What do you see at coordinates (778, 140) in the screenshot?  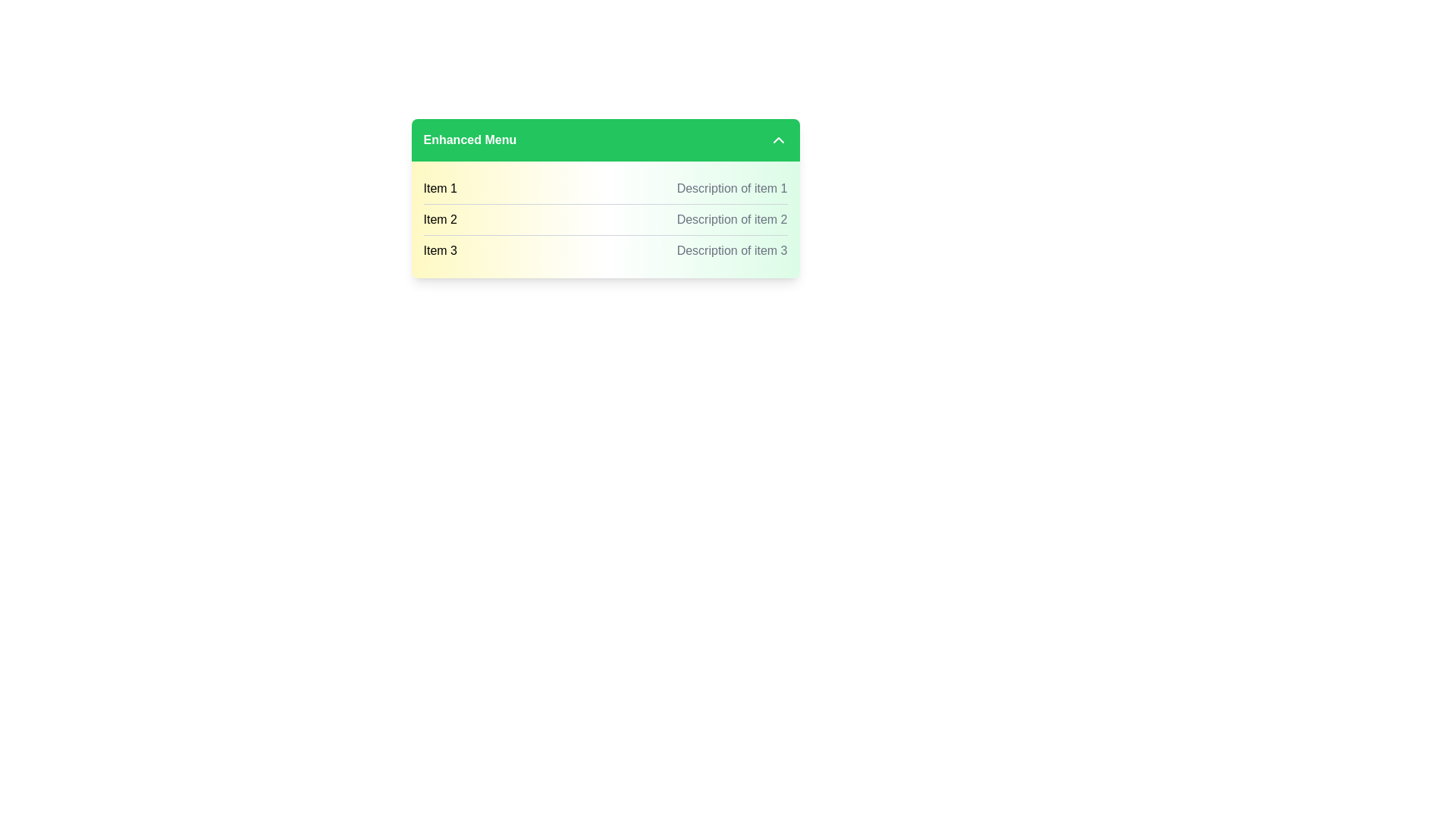 I see `the chevron icon pointing upwards located to the far right of the 'Enhanced Menu' header bar` at bounding box center [778, 140].